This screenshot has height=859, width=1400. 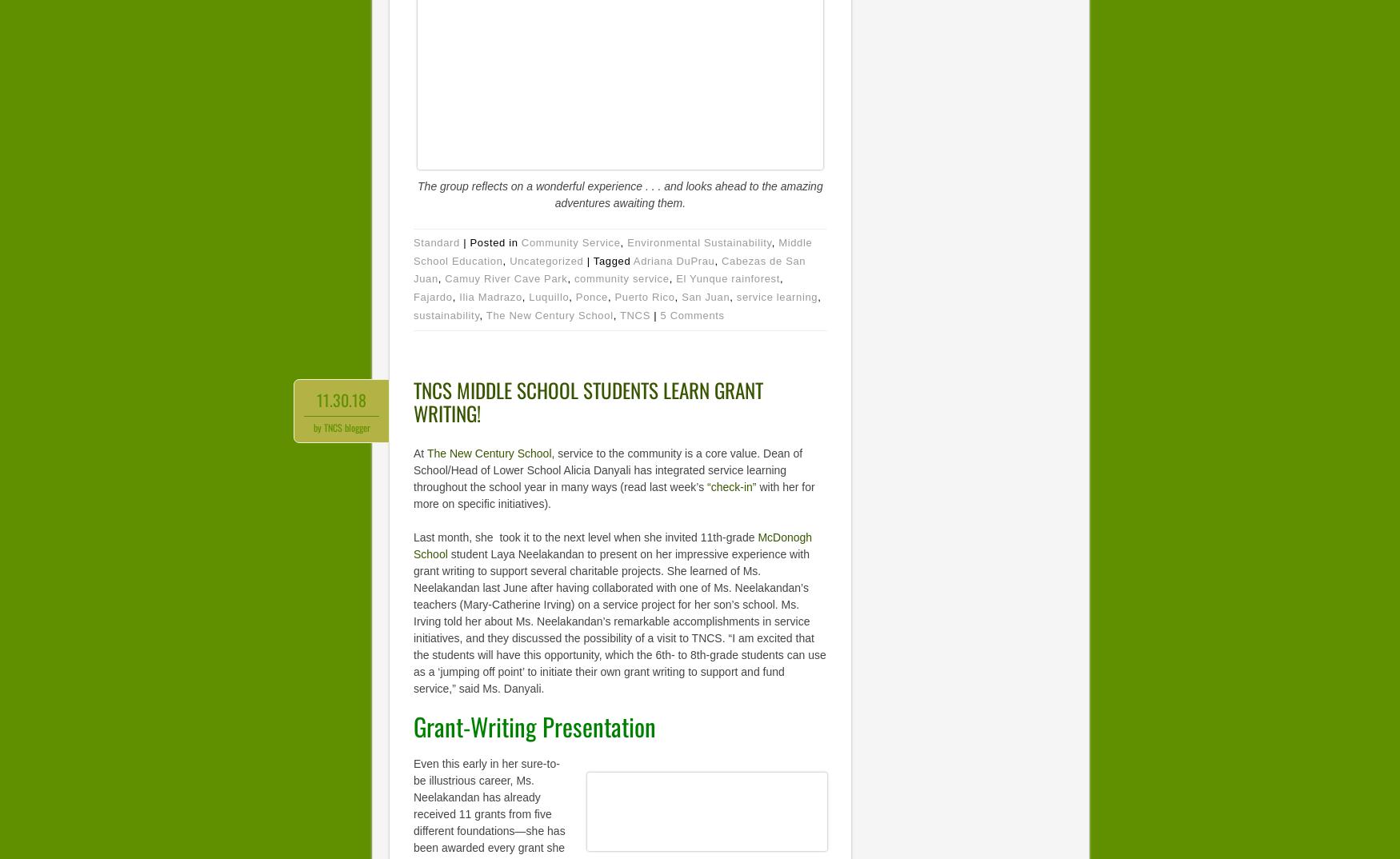 I want to click on 'Camuy River Cave Park', so click(x=505, y=278).